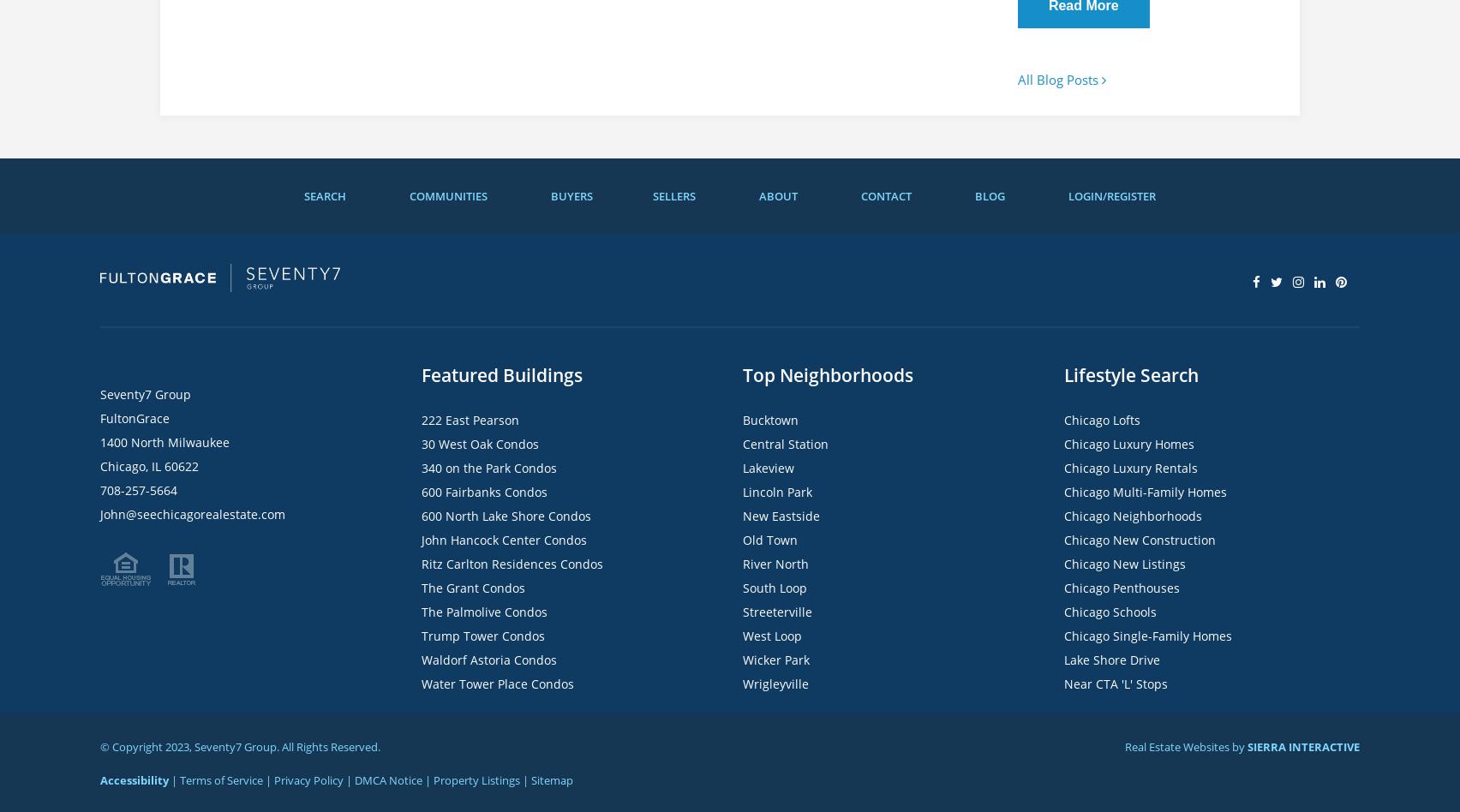 Image resolution: width=1460 pixels, height=812 pixels. Describe the element at coordinates (146, 393) in the screenshot. I see `'Seventy7 Group'` at that location.